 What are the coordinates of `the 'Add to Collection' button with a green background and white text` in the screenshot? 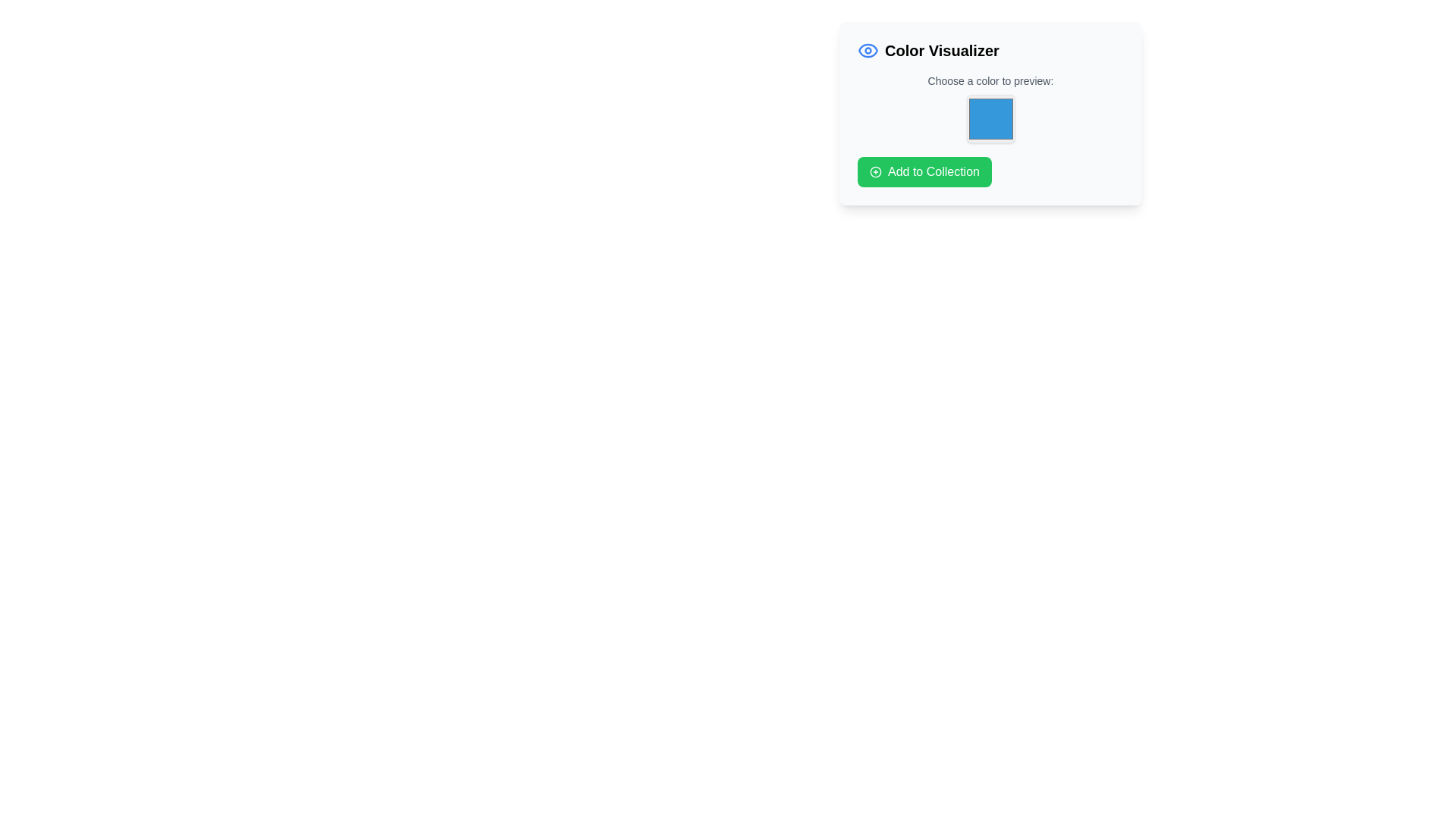 It's located at (924, 171).